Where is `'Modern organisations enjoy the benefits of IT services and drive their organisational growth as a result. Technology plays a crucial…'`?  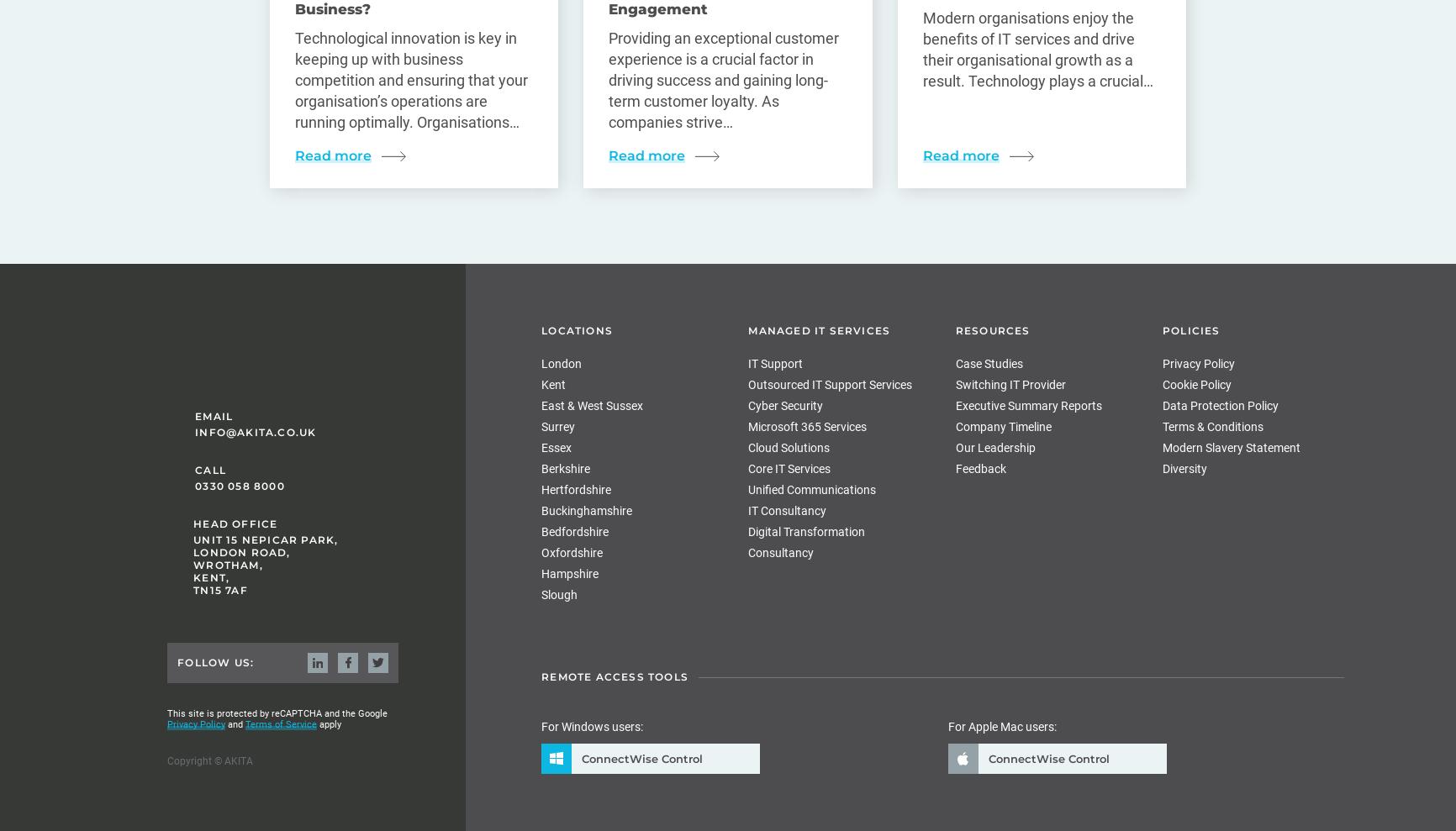
'Modern organisations enjoy the benefits of IT services and drive their organisational growth as a result. Technology plays a crucial…' is located at coordinates (1037, 50).